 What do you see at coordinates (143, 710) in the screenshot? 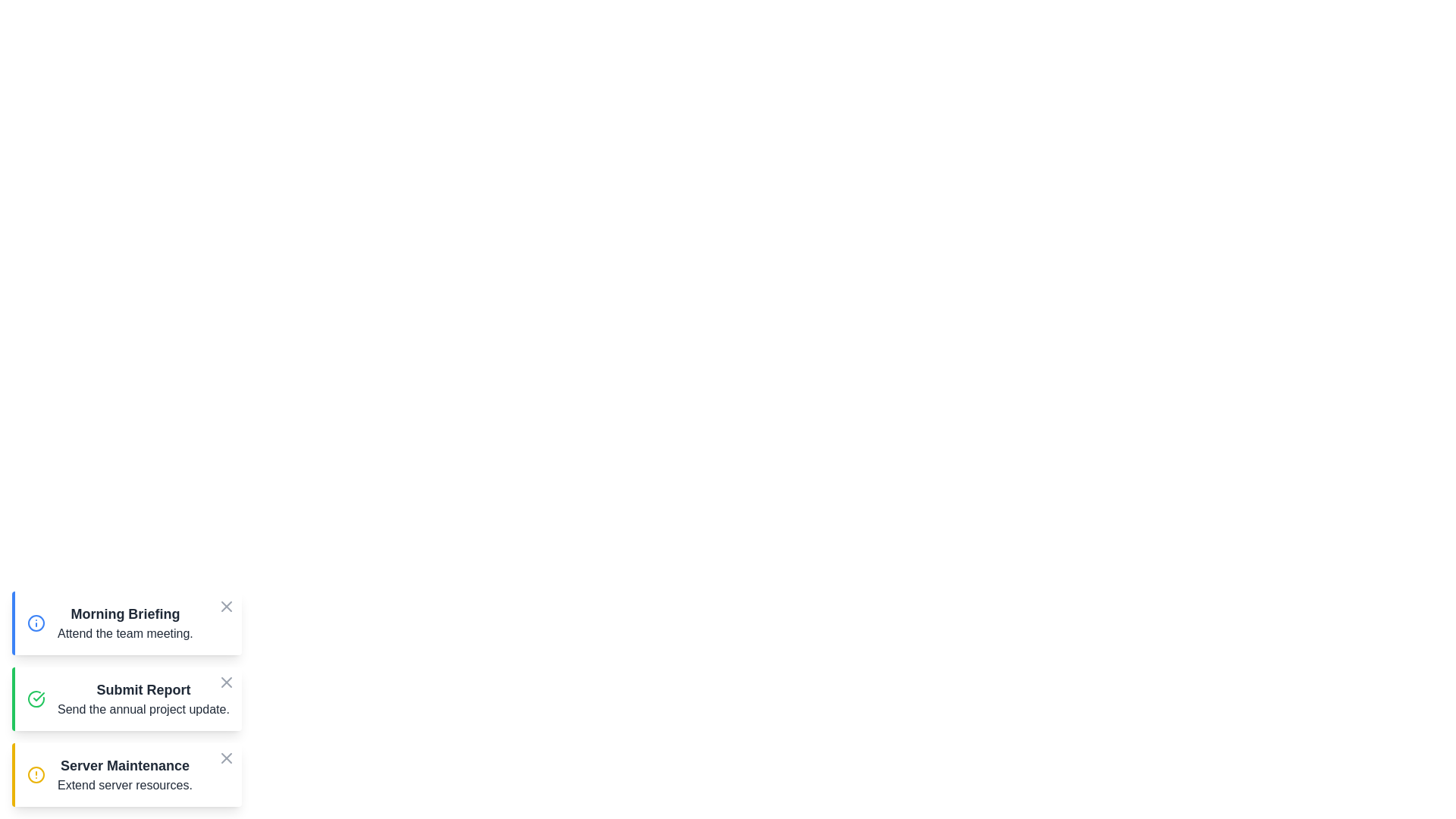
I see `text string that says 'Send the annual project update.' which is located directly below the heading 'Submit Report' in the second task of the list` at bounding box center [143, 710].